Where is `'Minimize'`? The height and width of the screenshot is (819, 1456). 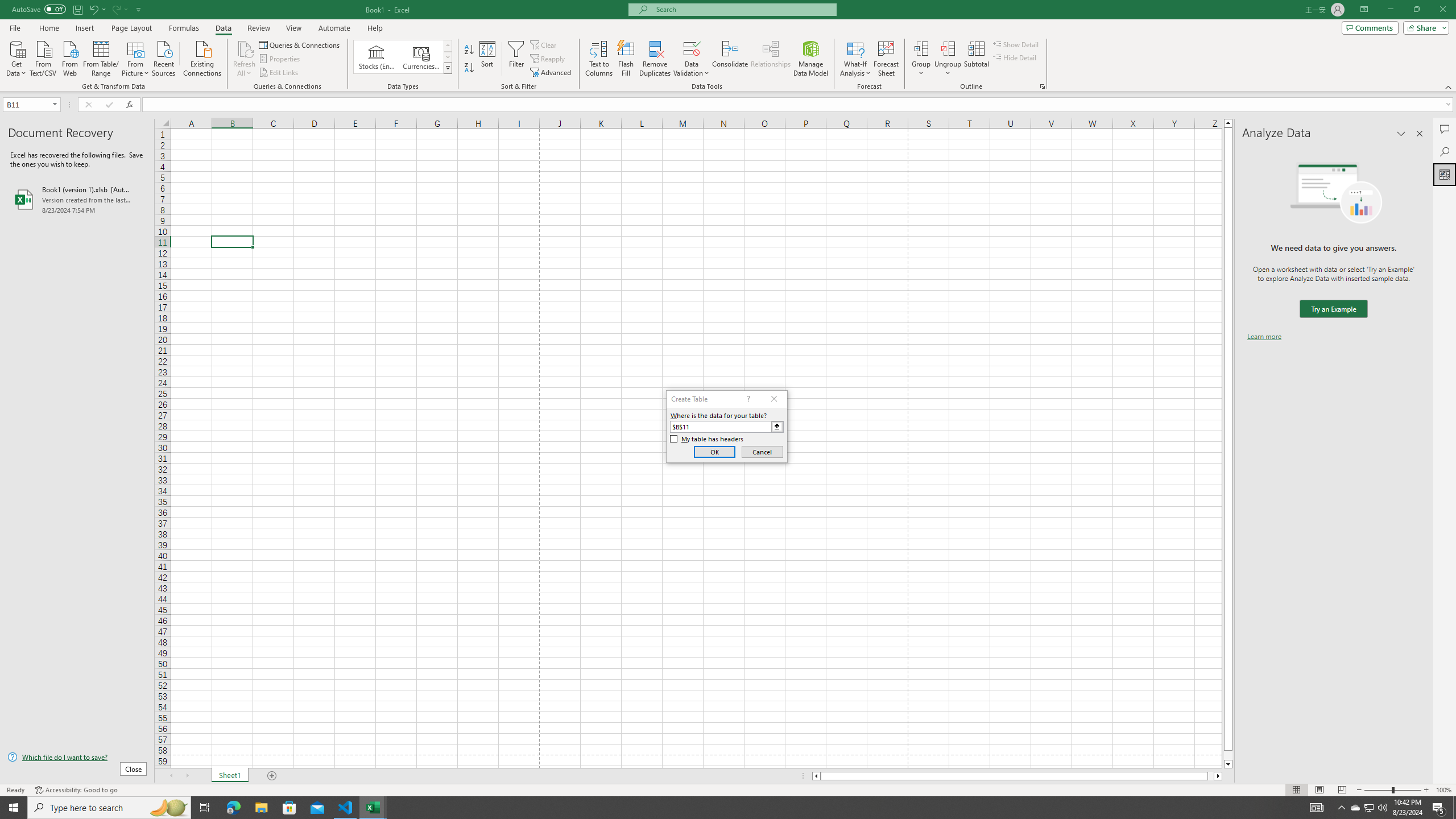 'Minimize' is located at coordinates (1389, 9).